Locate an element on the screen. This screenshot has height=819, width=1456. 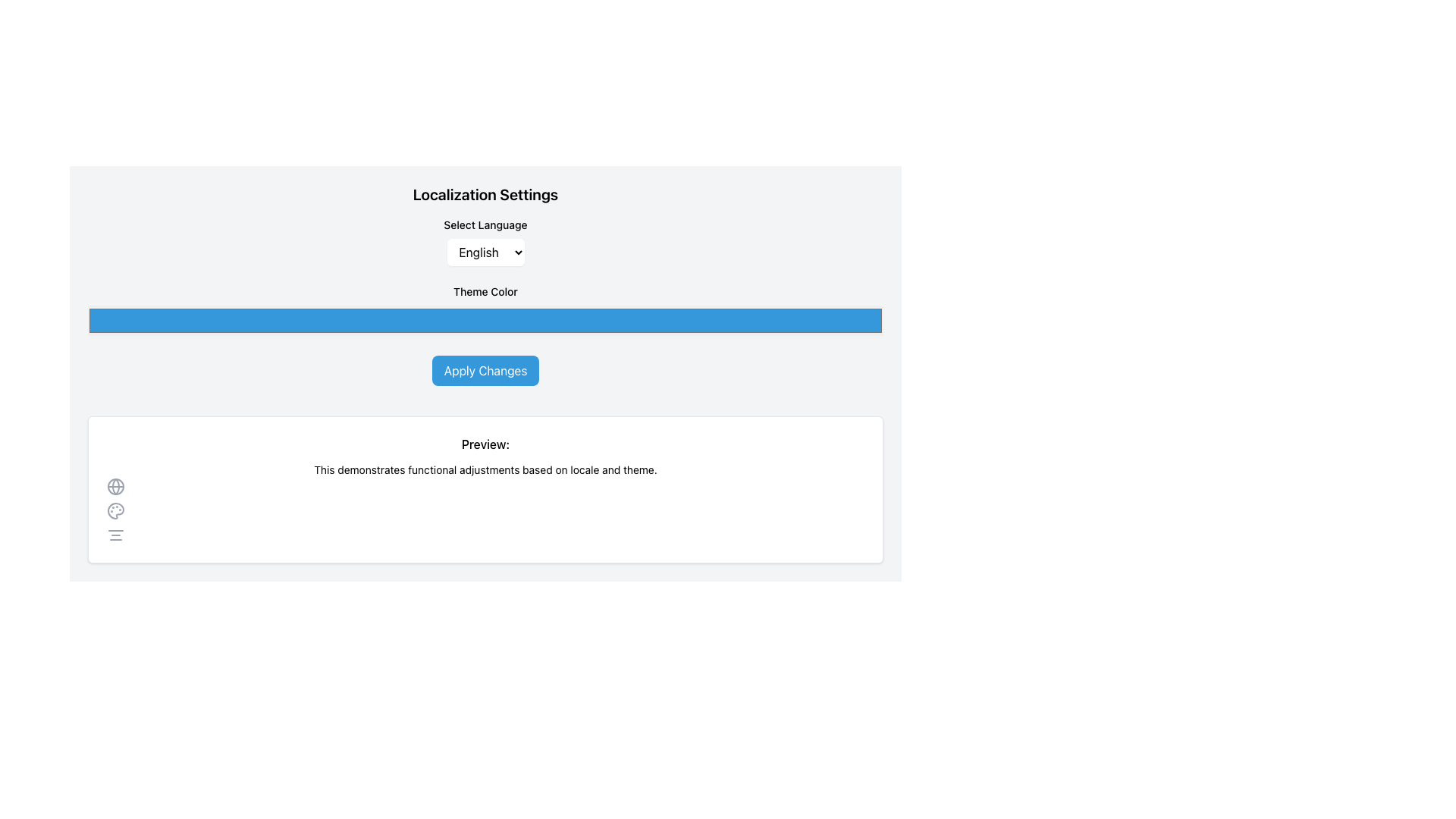
descriptive feedback text located immediately below the heading 'Preview:' in the central lower part of the interface is located at coordinates (485, 469).